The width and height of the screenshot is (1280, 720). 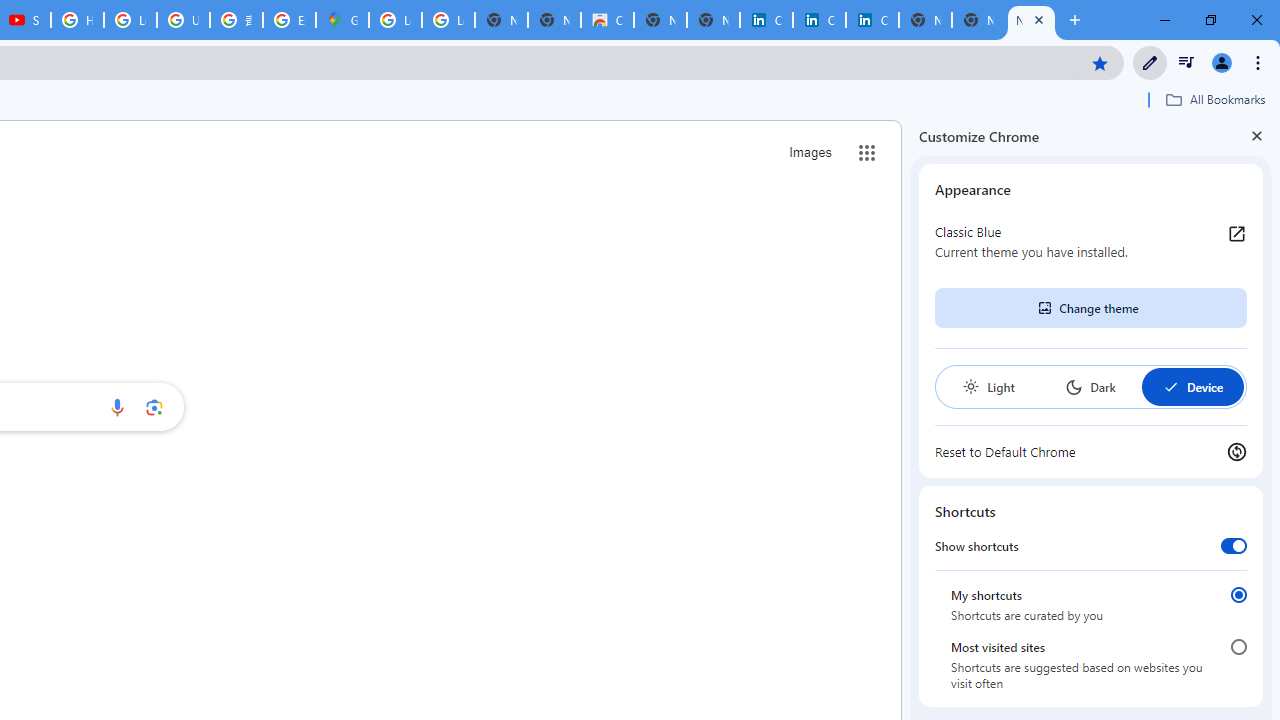 What do you see at coordinates (1089, 308) in the screenshot?
I see `'Change theme'` at bounding box center [1089, 308].